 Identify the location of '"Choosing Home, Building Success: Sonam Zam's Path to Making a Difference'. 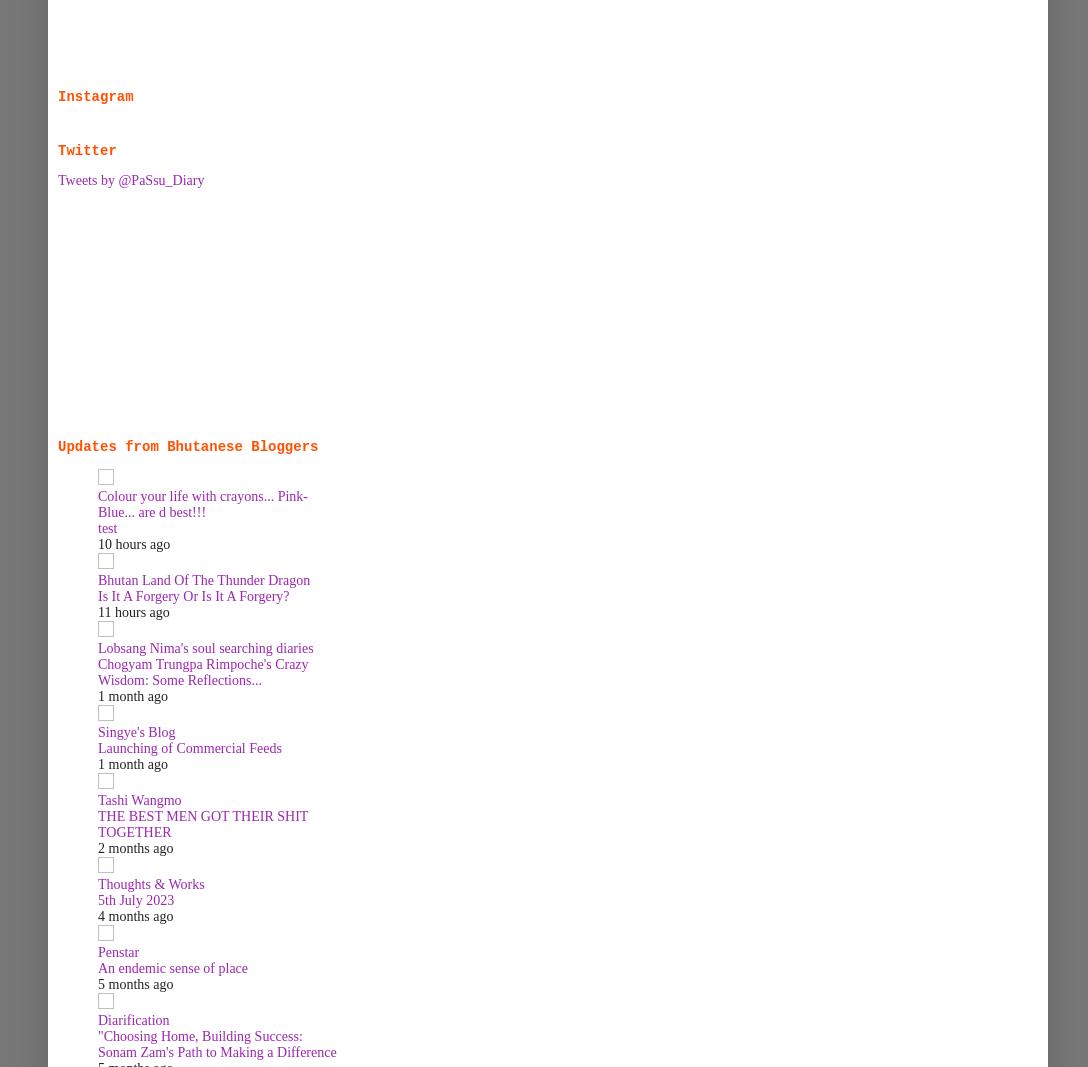
(215, 1044).